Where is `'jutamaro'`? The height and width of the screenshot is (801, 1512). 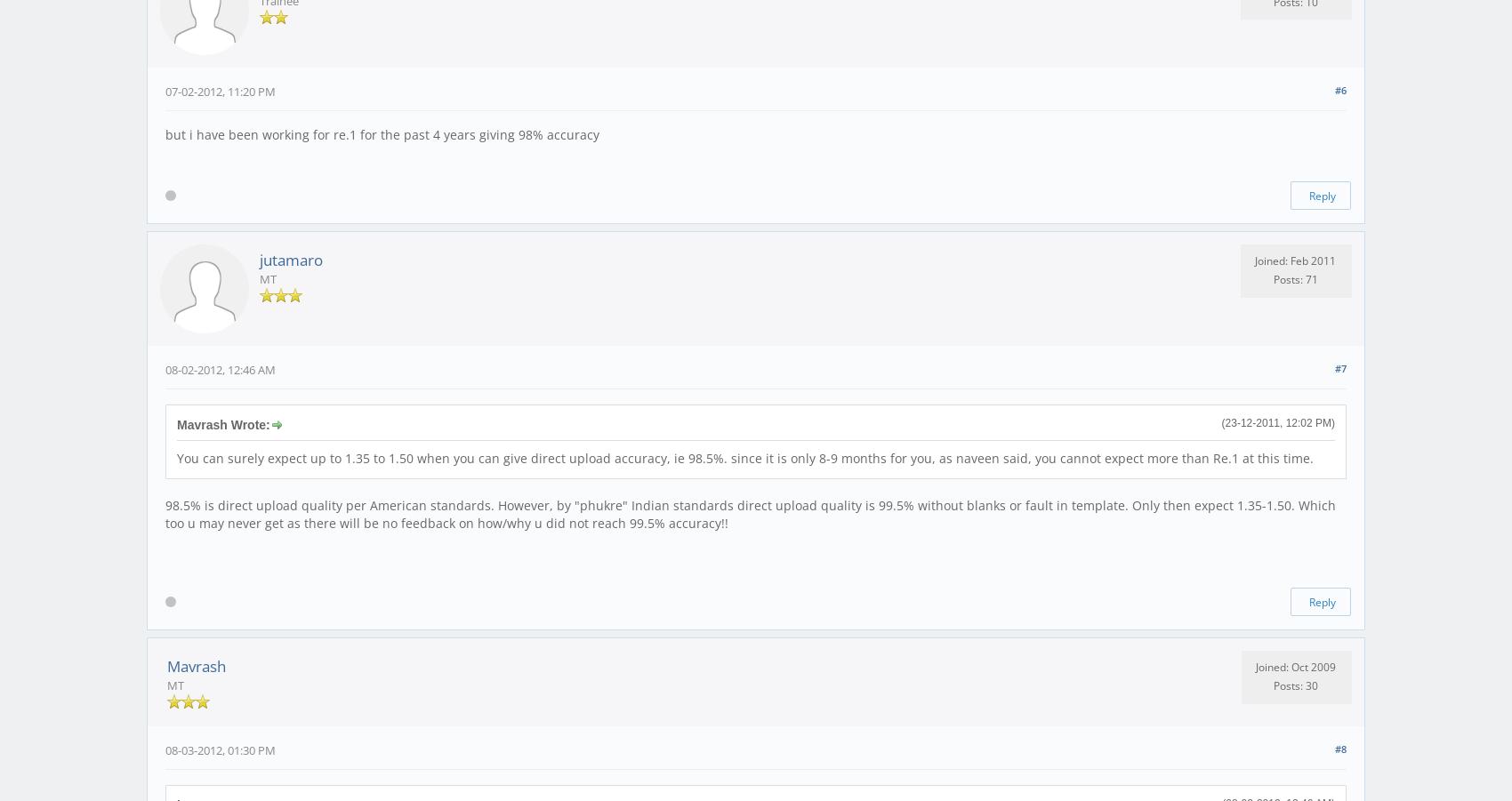 'jutamaro' is located at coordinates (290, 259).